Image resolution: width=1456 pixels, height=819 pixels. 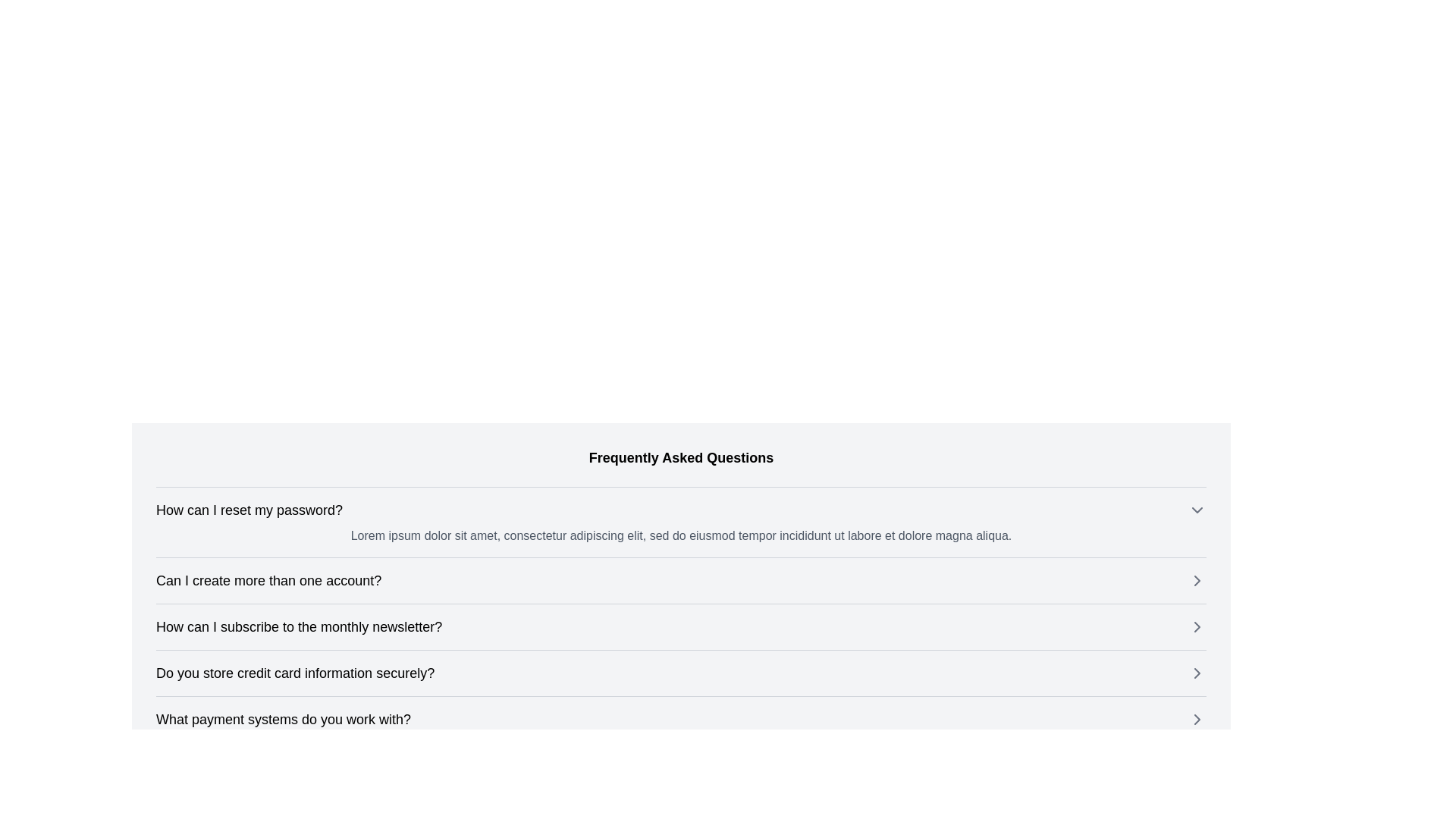 What do you see at coordinates (1197, 580) in the screenshot?
I see `the right-pointing chevron icon, which is styled in gray and positioned at the far right of the list item labeled 'Can I create more than one account?'` at bounding box center [1197, 580].